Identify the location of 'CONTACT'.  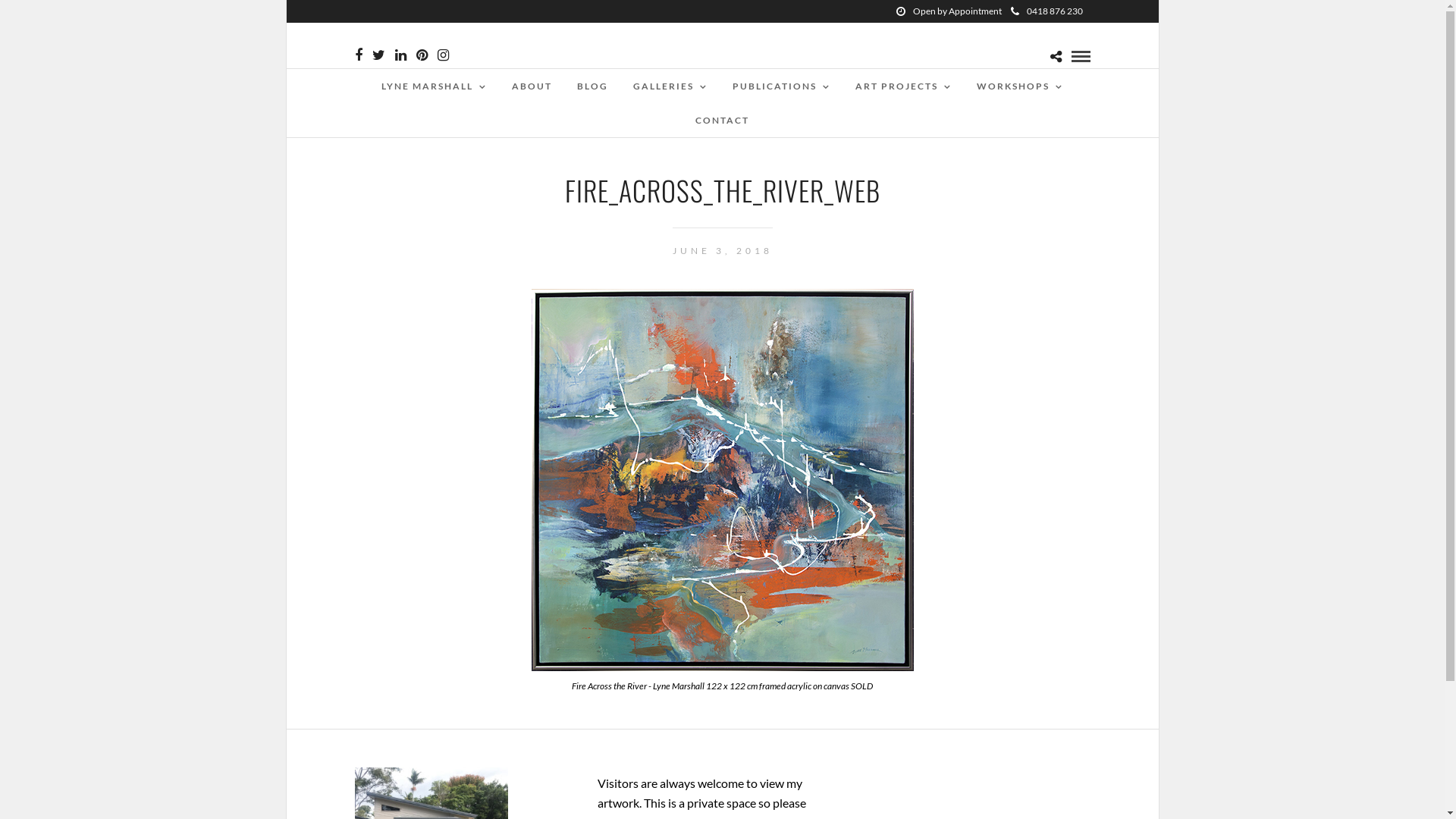
(721, 119).